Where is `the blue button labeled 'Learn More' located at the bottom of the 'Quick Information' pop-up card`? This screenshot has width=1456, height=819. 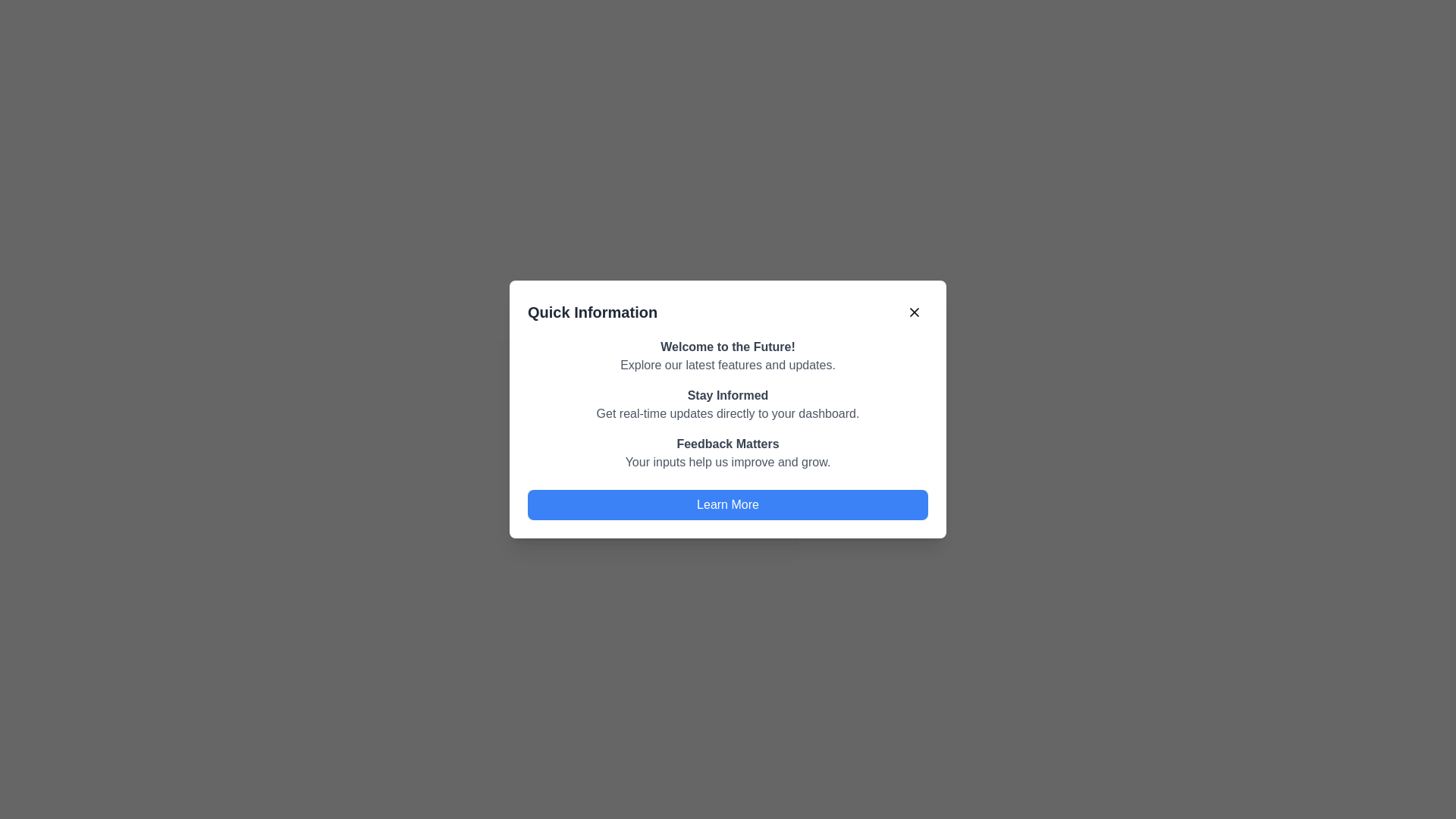
the blue button labeled 'Learn More' located at the bottom of the 'Quick Information' pop-up card is located at coordinates (728, 505).